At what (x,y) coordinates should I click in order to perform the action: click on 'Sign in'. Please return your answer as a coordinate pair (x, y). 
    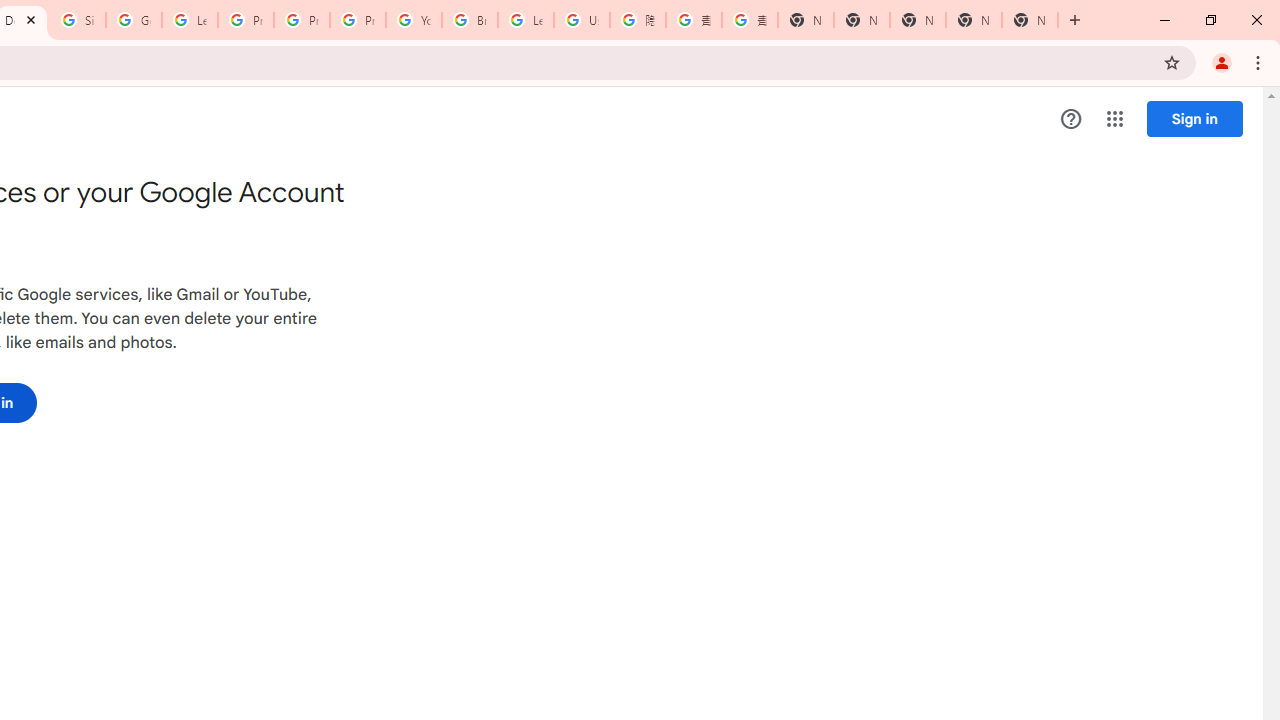
    Looking at the image, I should click on (1194, 118).